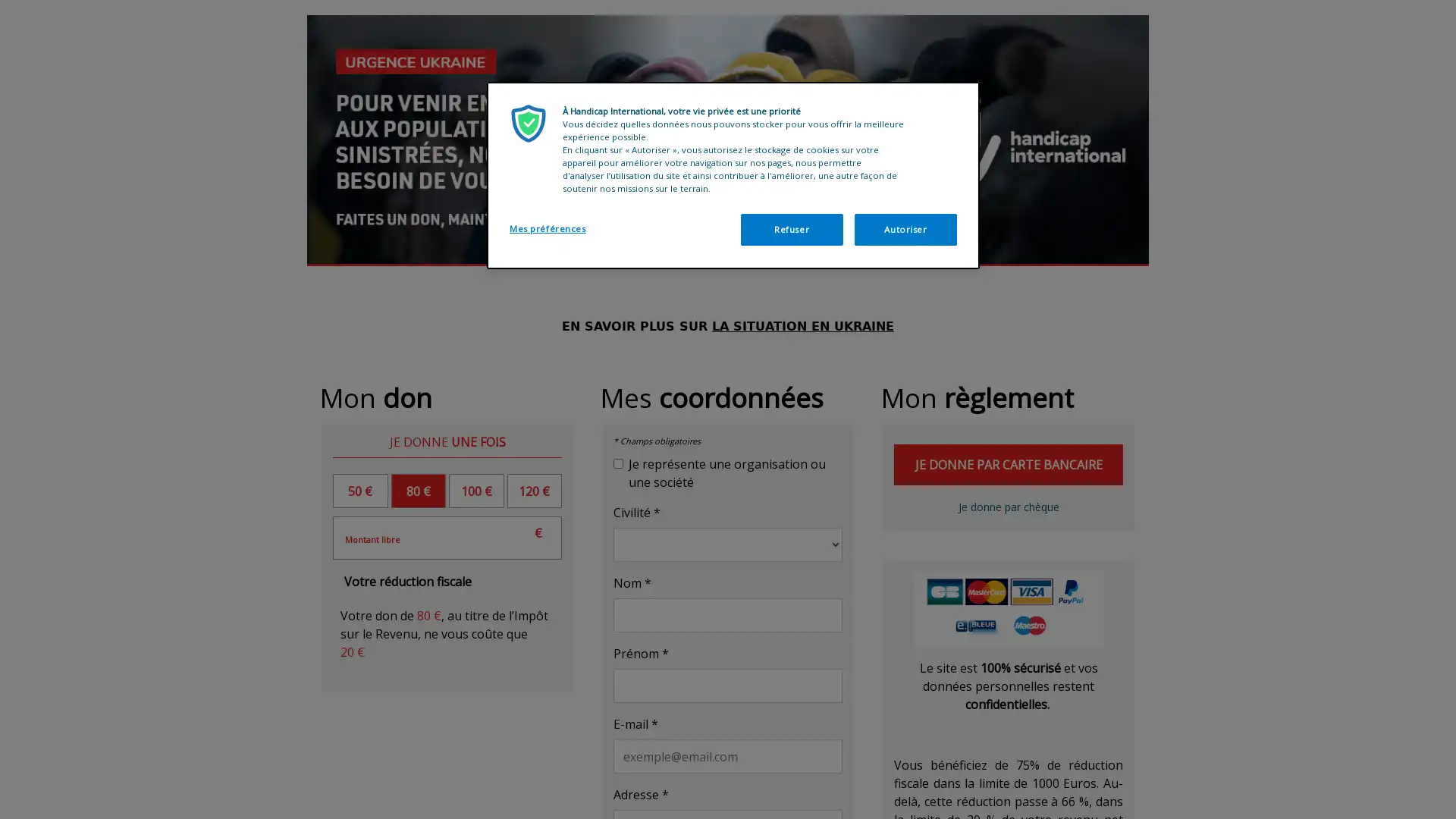 This screenshot has width=1456, height=819. What do you see at coordinates (560, 228) in the screenshot?
I see `Mes preferences` at bounding box center [560, 228].